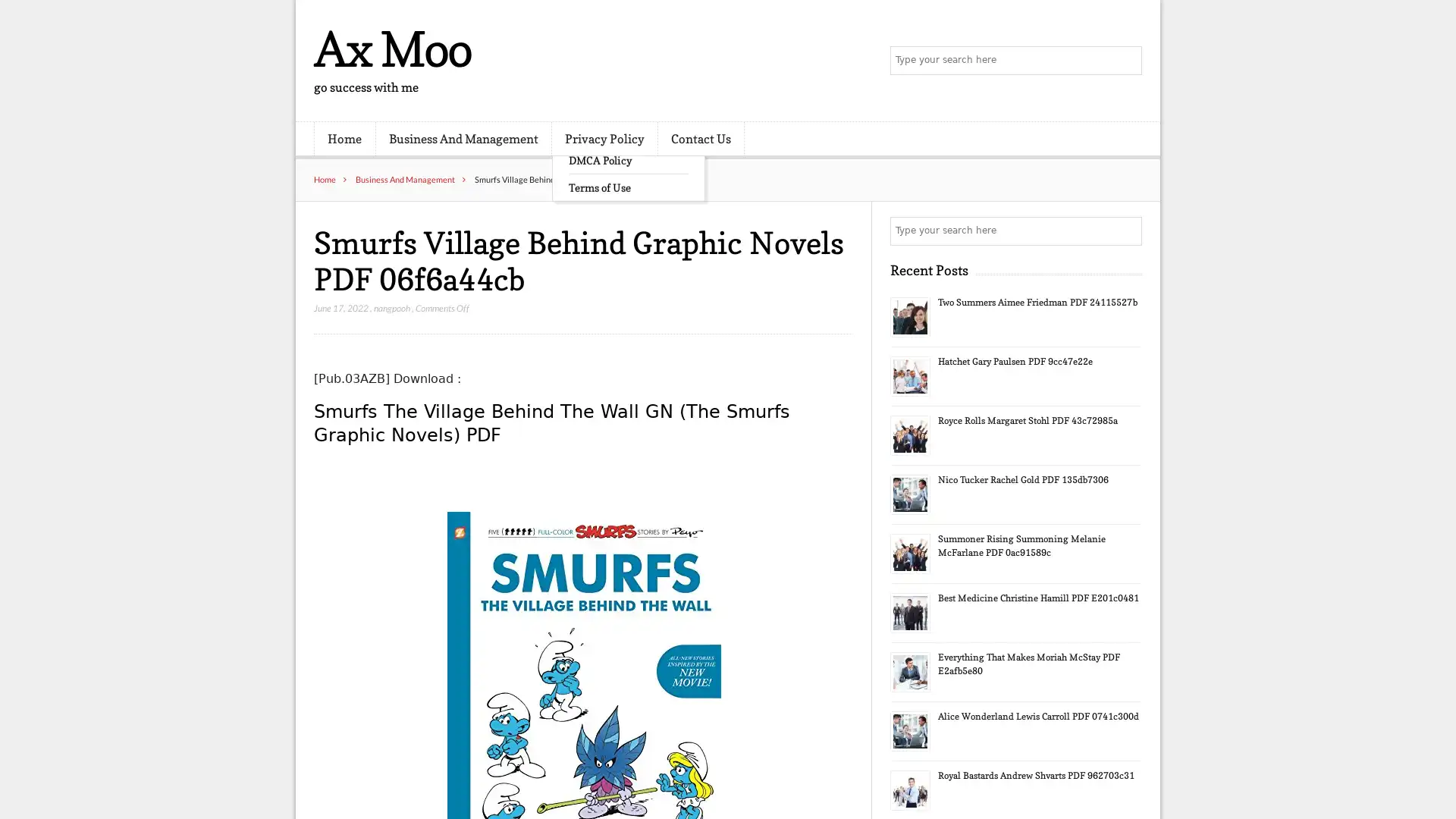 The height and width of the screenshot is (819, 1456). Describe the element at coordinates (1126, 231) in the screenshot. I see `Search` at that location.